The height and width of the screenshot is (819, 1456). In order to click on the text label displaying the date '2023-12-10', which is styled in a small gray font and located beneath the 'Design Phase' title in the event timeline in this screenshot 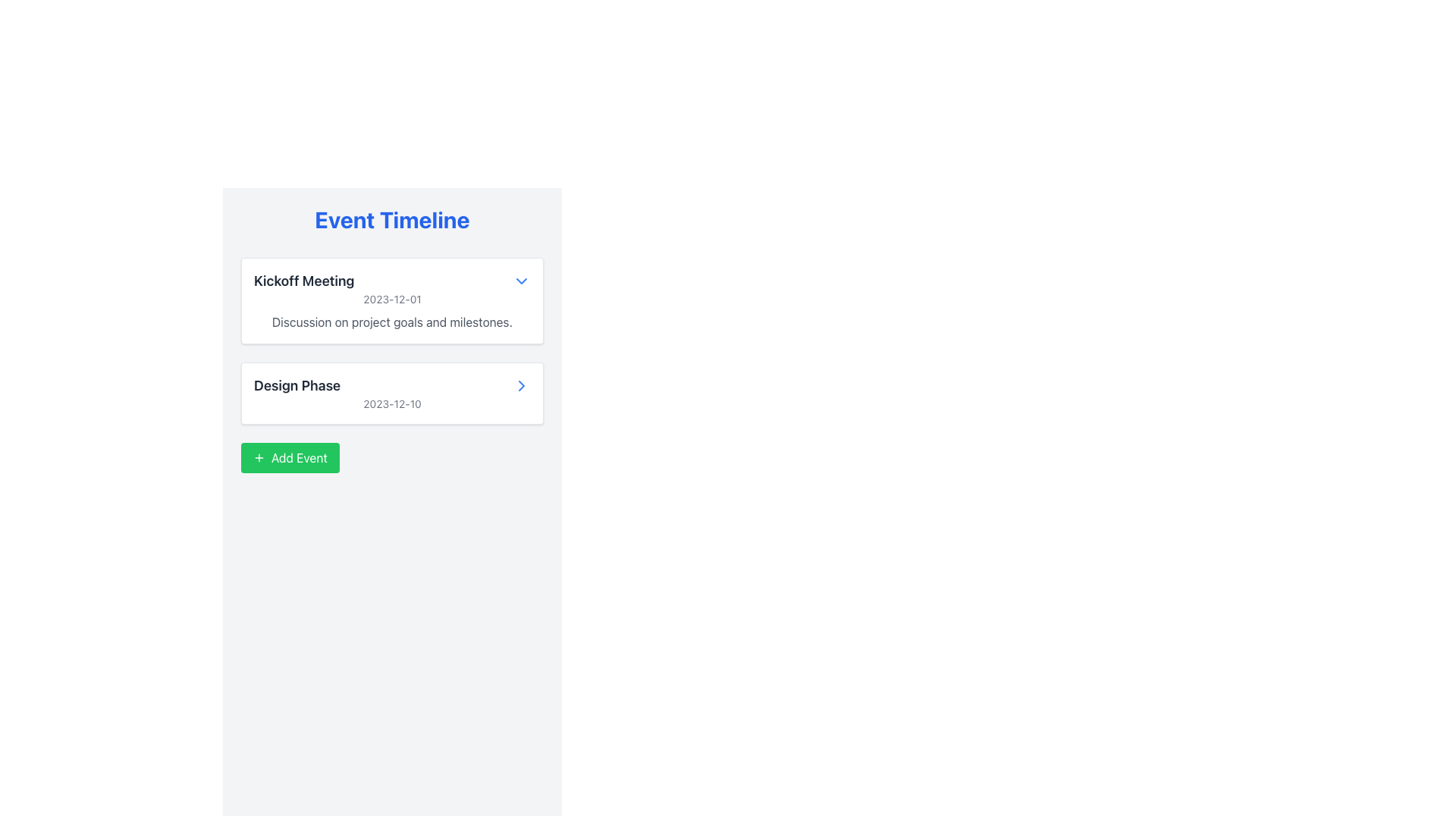, I will do `click(392, 403)`.